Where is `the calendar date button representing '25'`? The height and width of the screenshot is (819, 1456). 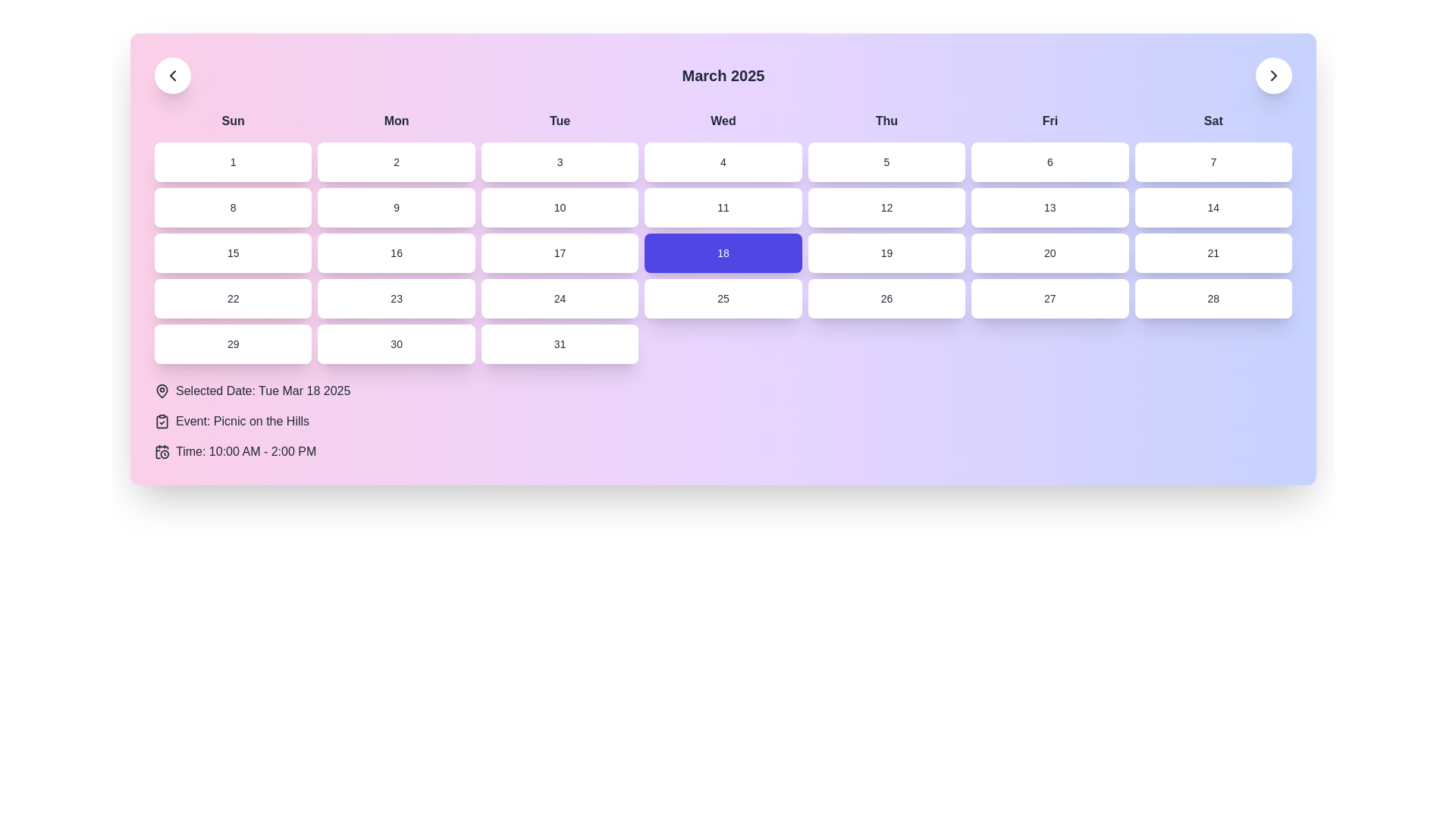 the calendar date button representing '25' is located at coordinates (723, 298).